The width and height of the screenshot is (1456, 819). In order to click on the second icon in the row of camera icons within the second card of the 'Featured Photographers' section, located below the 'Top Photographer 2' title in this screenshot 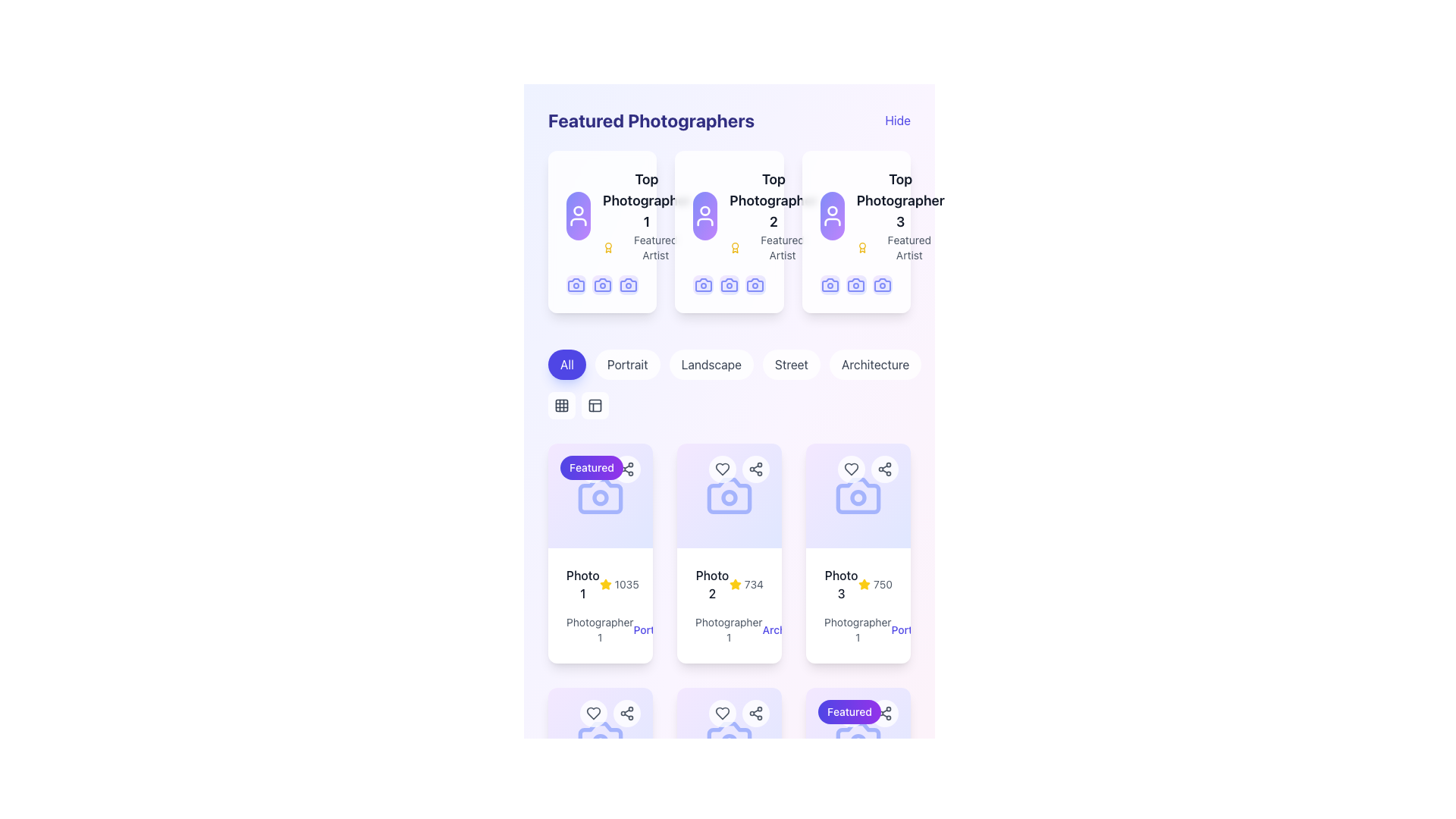, I will do `click(755, 285)`.